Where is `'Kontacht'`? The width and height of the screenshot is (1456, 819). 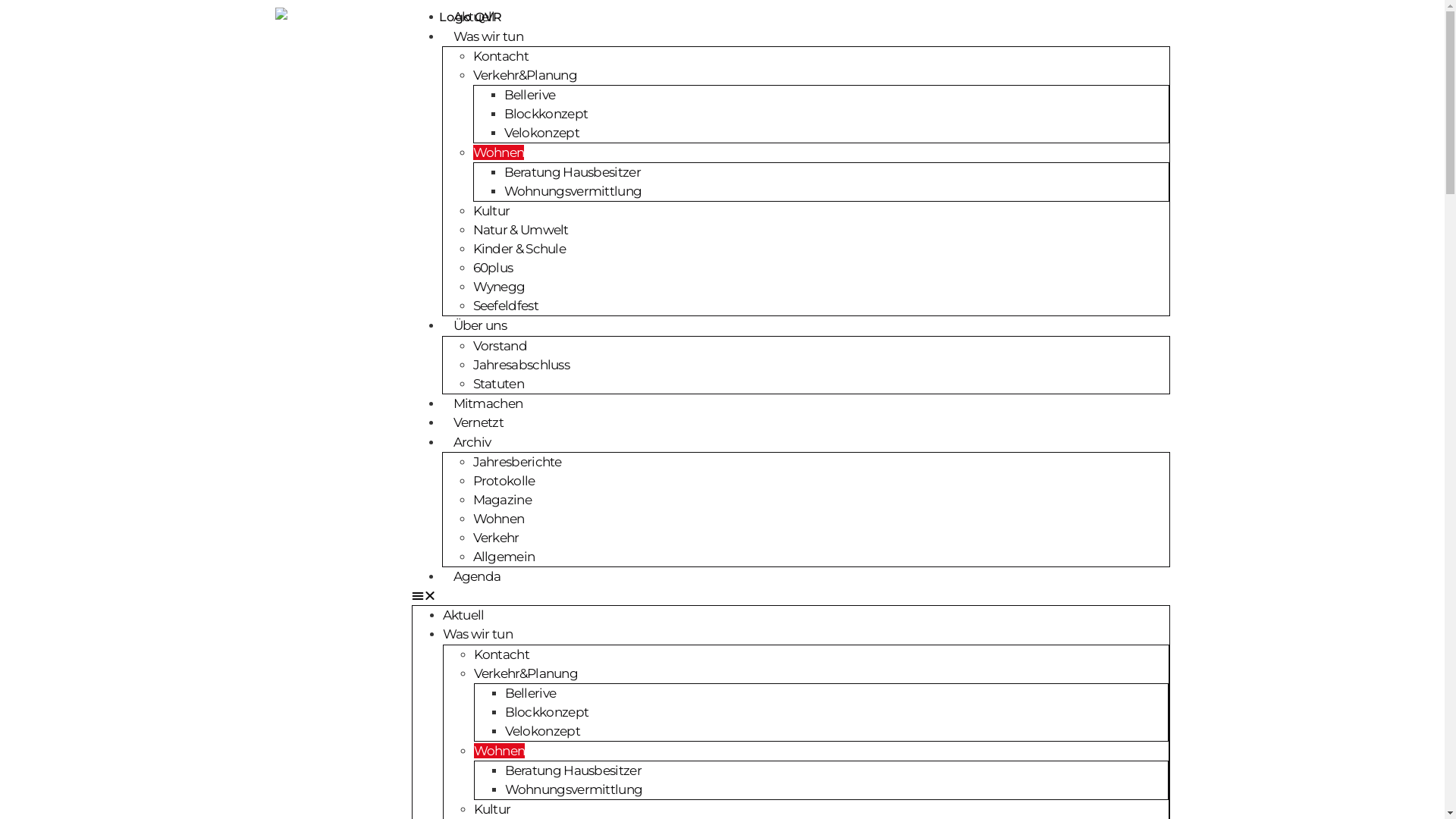 'Kontacht' is located at coordinates (500, 55).